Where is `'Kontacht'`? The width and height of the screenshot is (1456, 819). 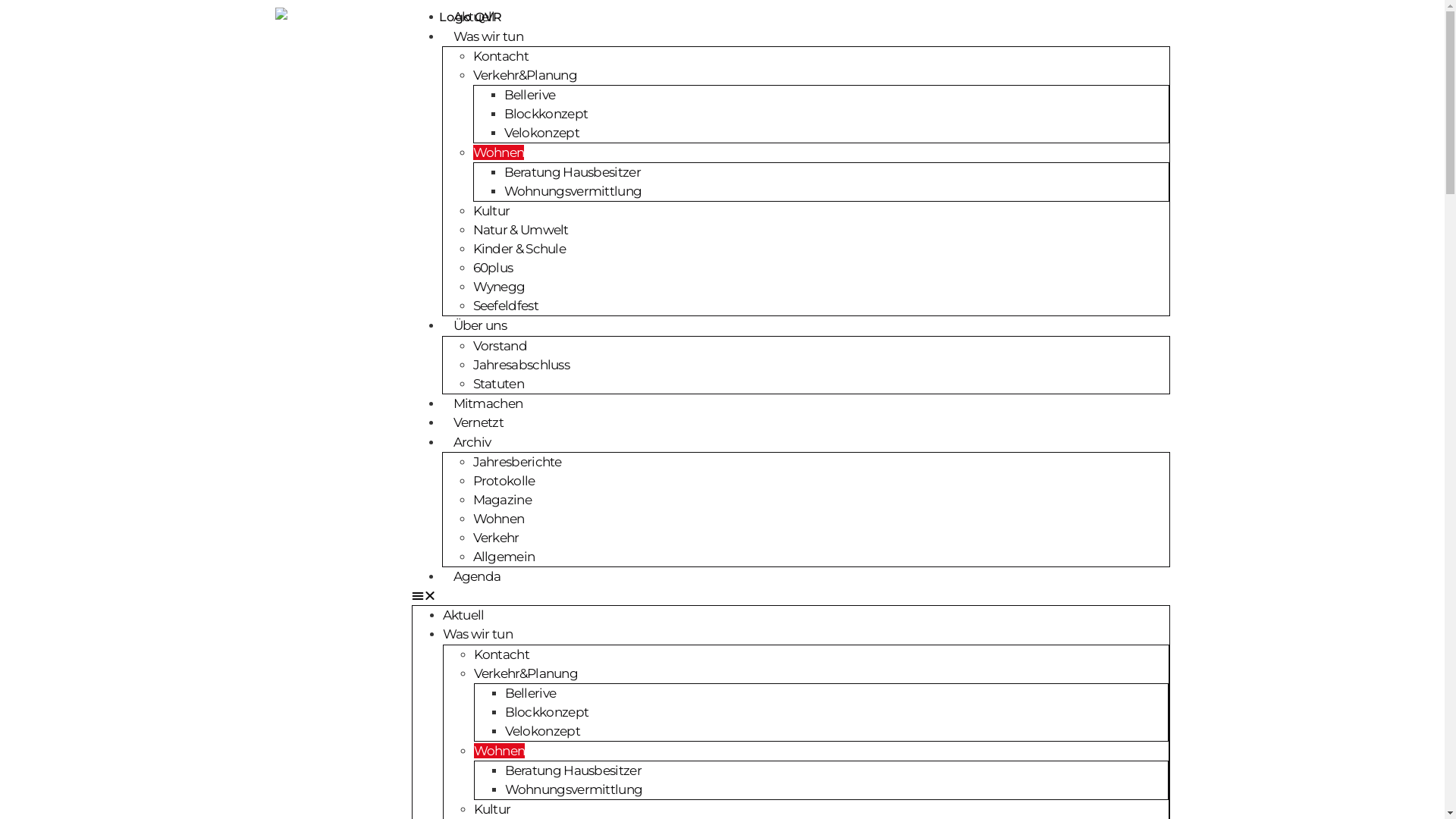 'Kontacht' is located at coordinates (500, 55).